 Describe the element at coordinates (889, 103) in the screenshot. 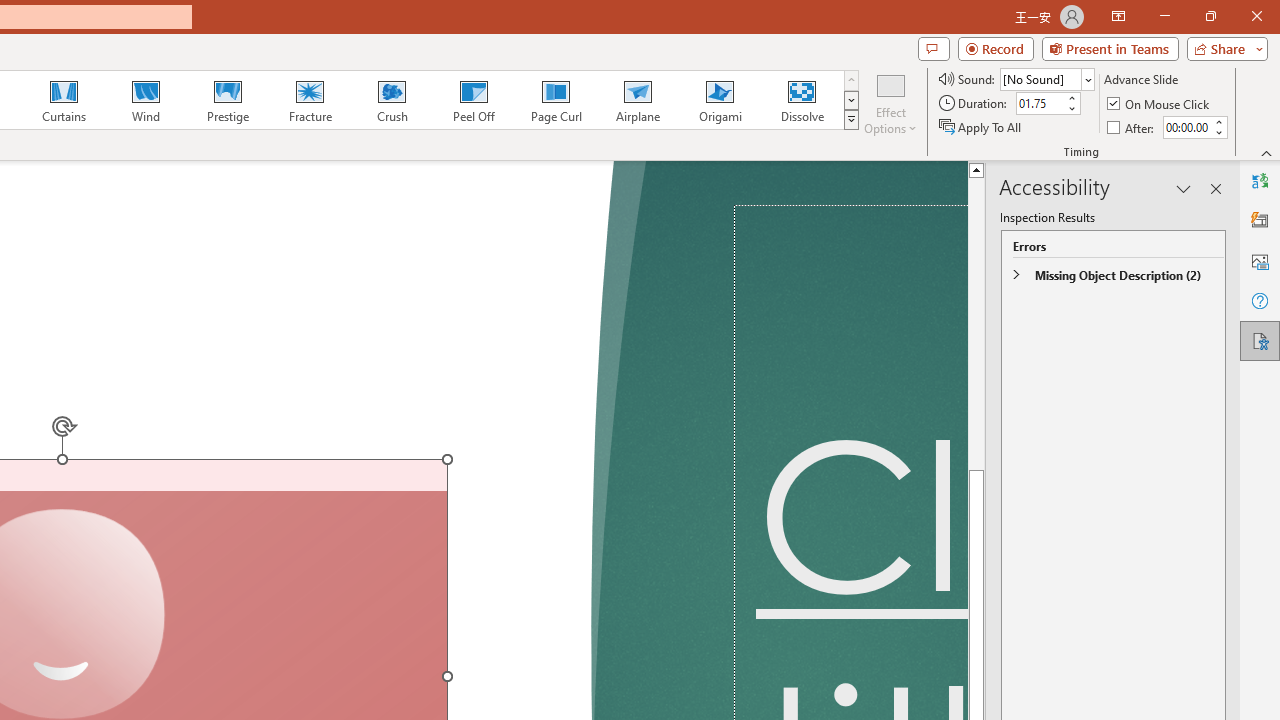

I see `'Effect Options'` at that location.